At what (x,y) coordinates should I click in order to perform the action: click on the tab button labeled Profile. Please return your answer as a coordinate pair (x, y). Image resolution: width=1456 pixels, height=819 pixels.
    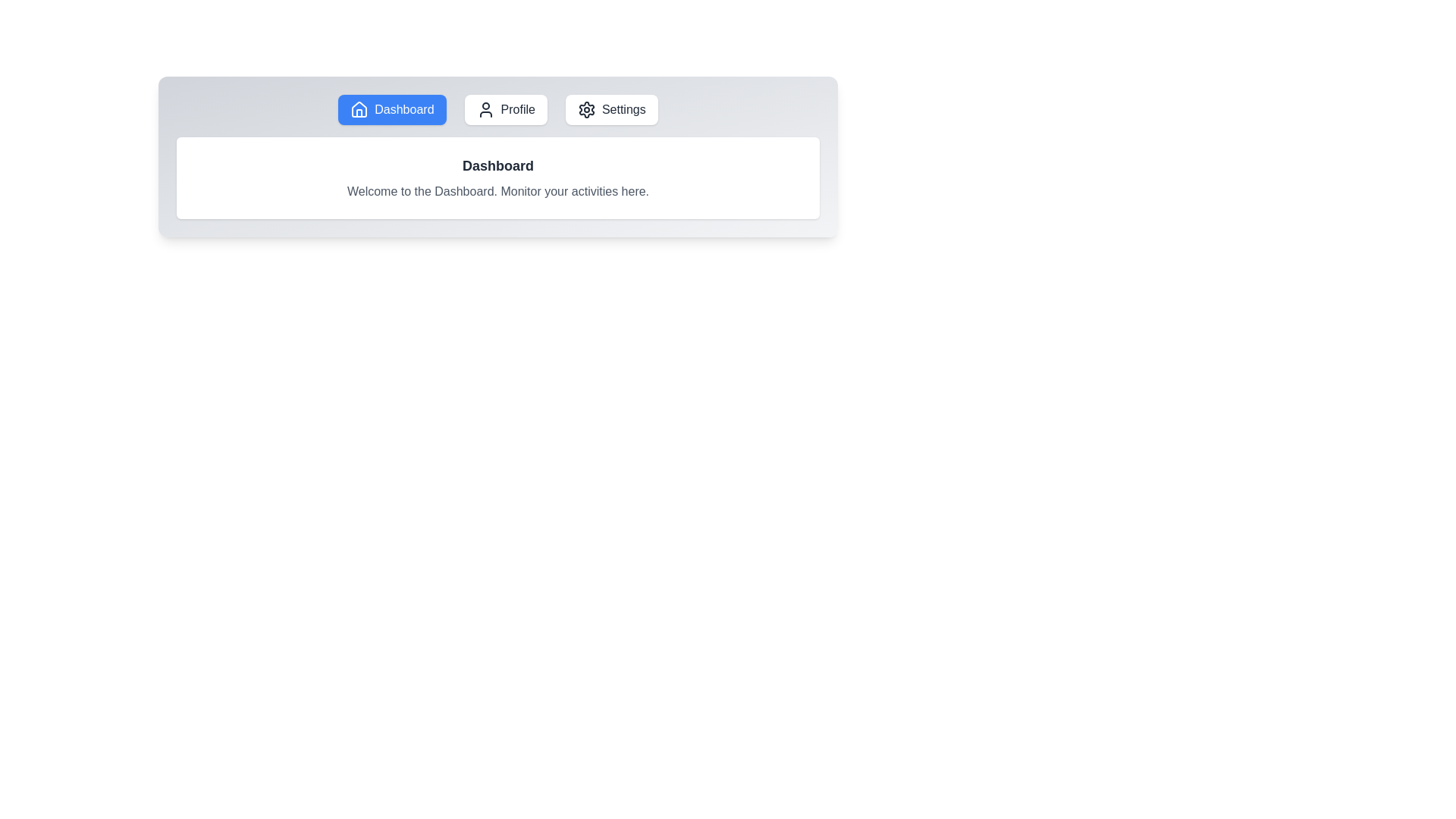
    Looking at the image, I should click on (506, 109).